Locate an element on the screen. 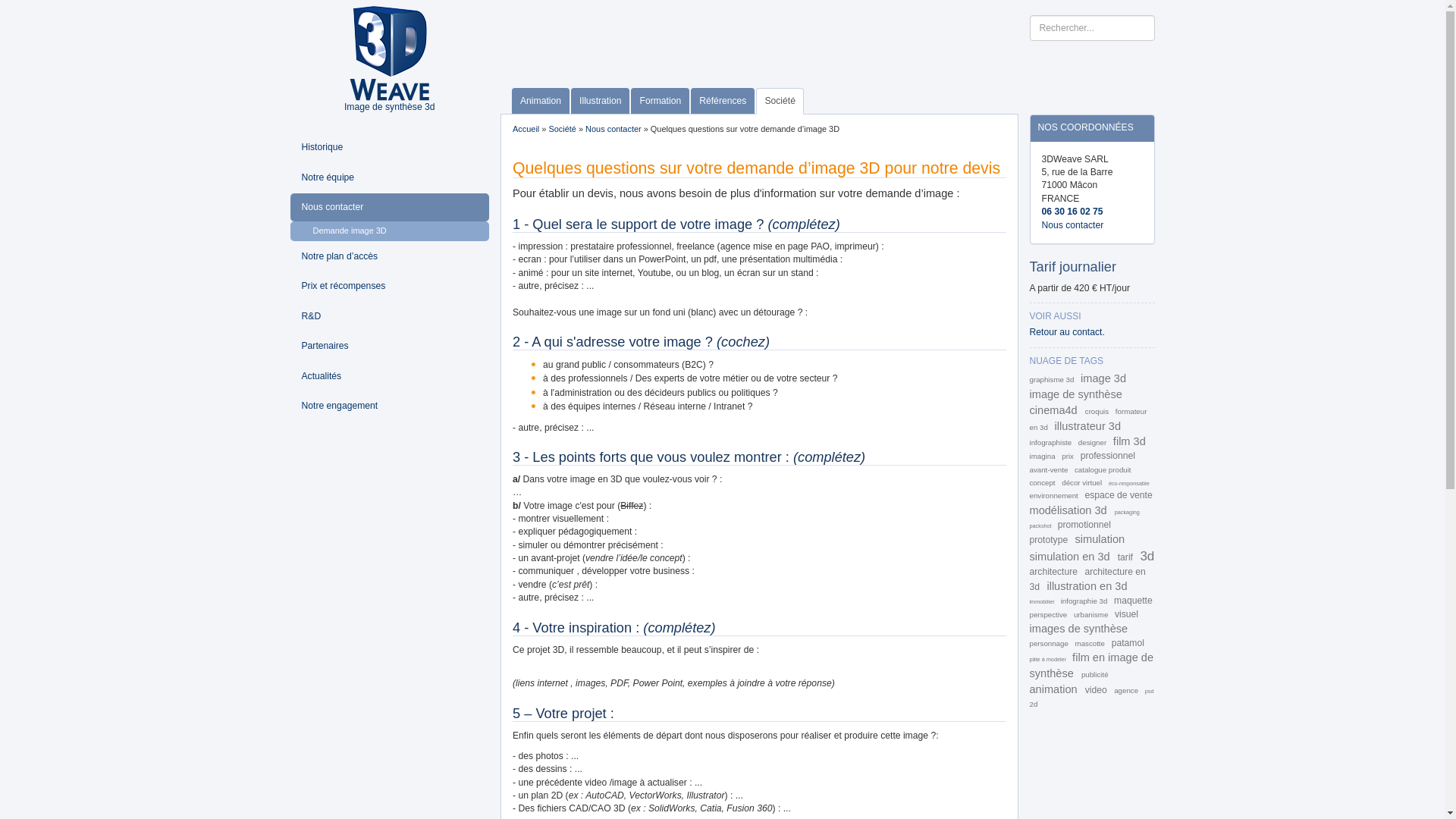 The height and width of the screenshot is (819, 1456). 'designer' is located at coordinates (1093, 442).